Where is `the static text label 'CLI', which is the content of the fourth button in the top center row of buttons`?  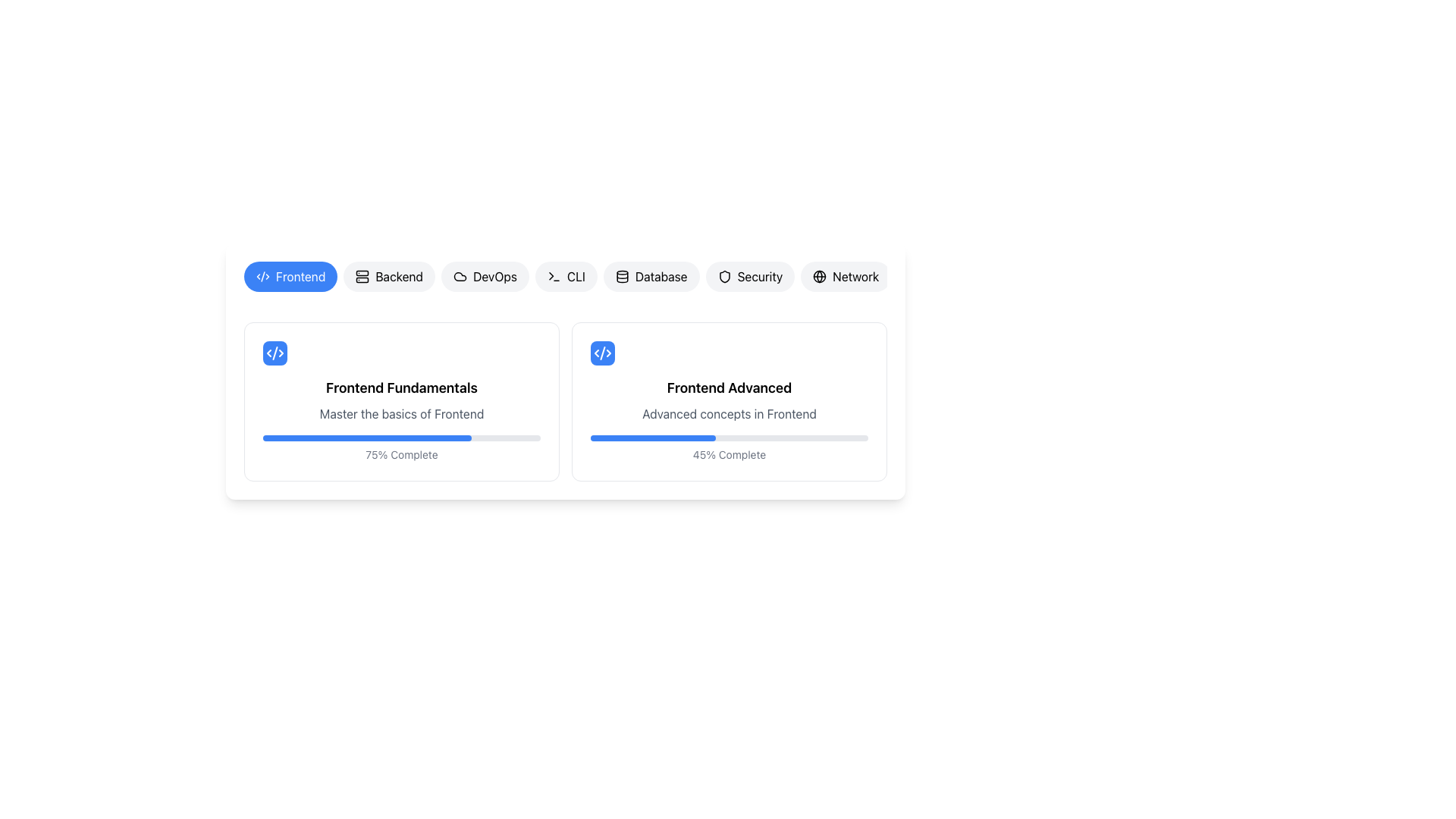 the static text label 'CLI', which is the content of the fourth button in the top center row of buttons is located at coordinates (575, 277).